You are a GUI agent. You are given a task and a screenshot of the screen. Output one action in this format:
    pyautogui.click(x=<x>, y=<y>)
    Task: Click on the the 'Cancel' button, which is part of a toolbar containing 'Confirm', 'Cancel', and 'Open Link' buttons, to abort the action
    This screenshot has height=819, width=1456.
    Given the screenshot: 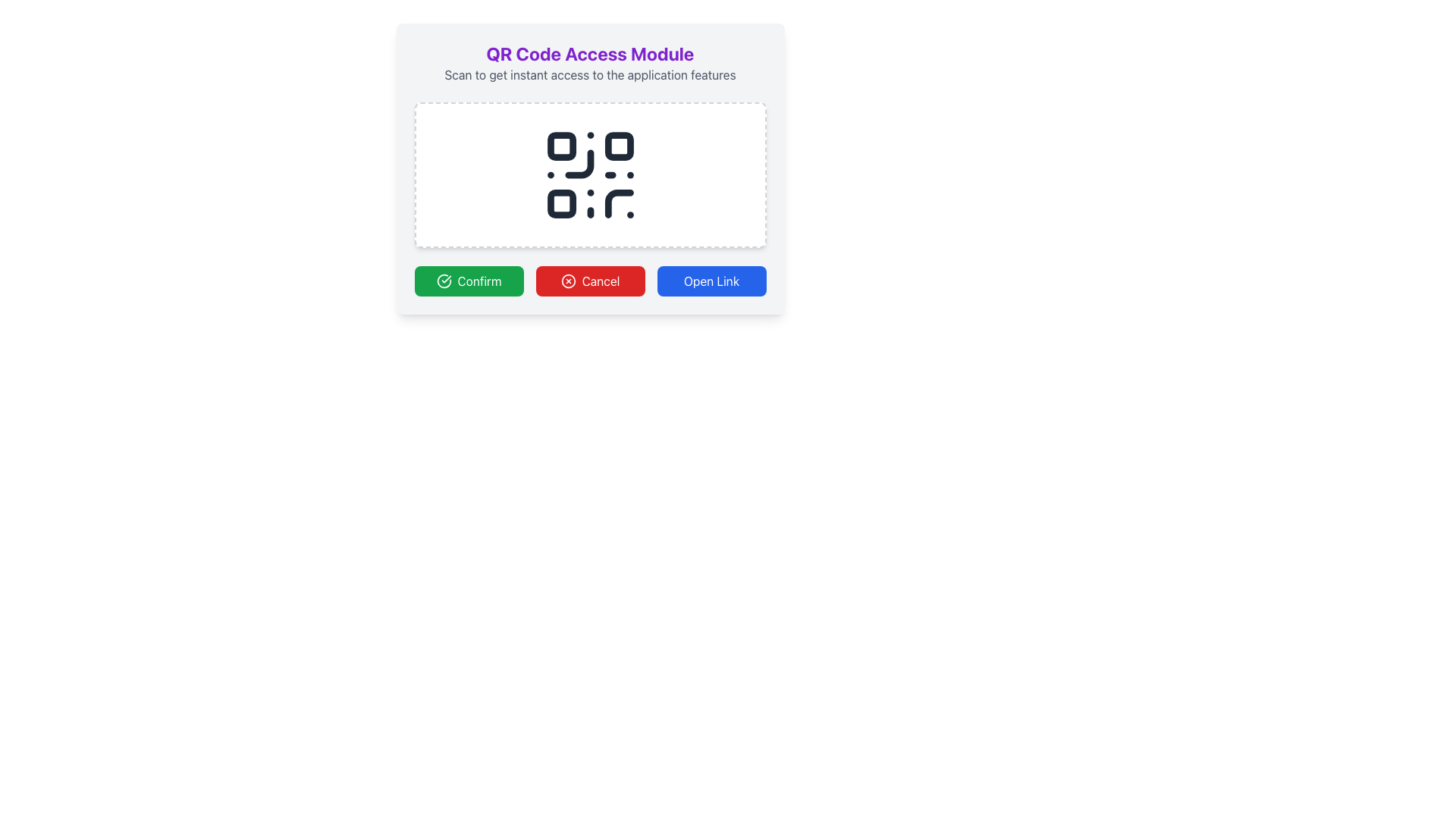 What is the action you would take?
    pyautogui.click(x=589, y=281)
    